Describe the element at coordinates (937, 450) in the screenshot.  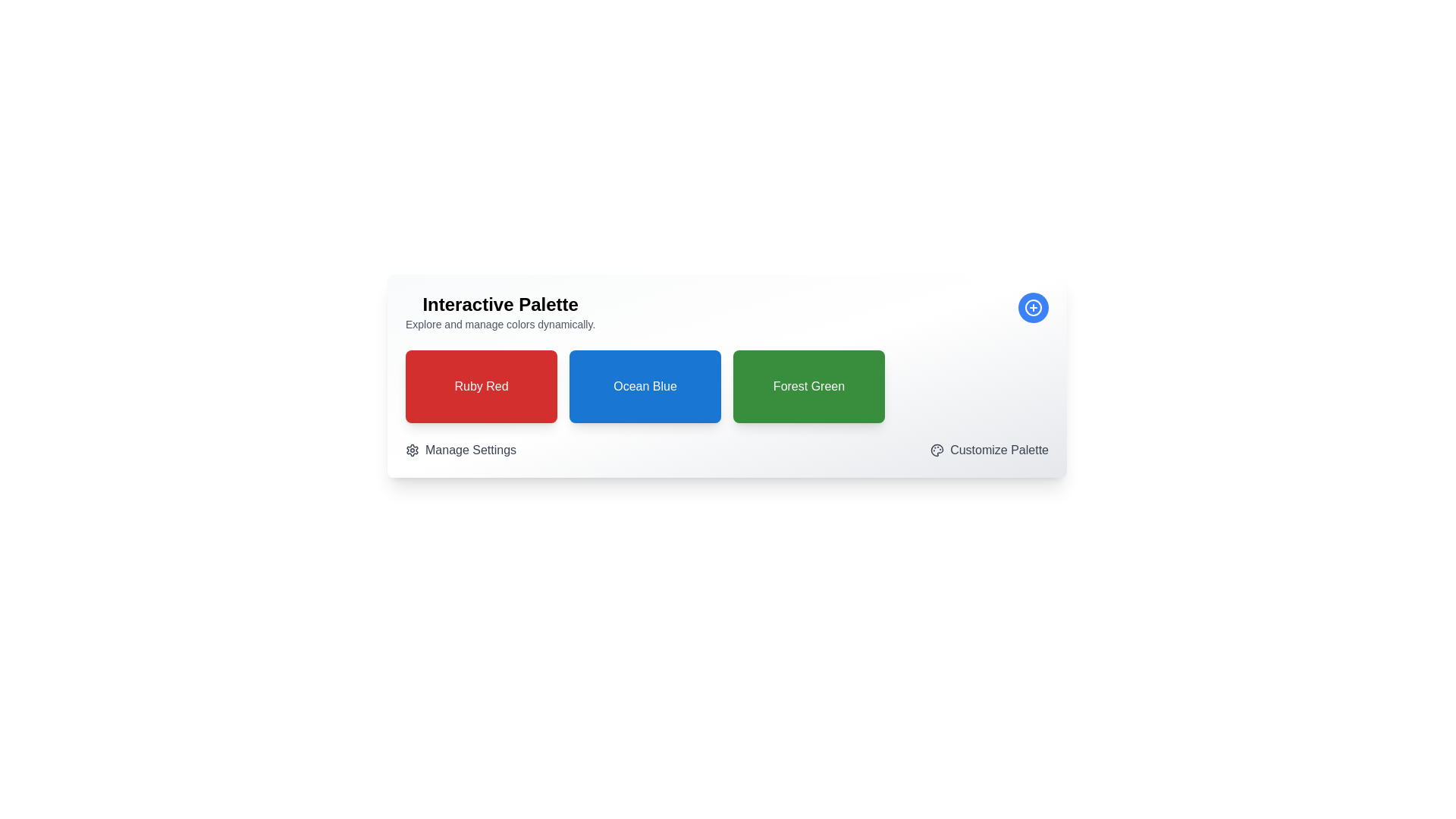
I see `the painter's palette icon located in the 'Customize Palette' section to use its visual for guidance in selecting nearby interactive elements` at that location.